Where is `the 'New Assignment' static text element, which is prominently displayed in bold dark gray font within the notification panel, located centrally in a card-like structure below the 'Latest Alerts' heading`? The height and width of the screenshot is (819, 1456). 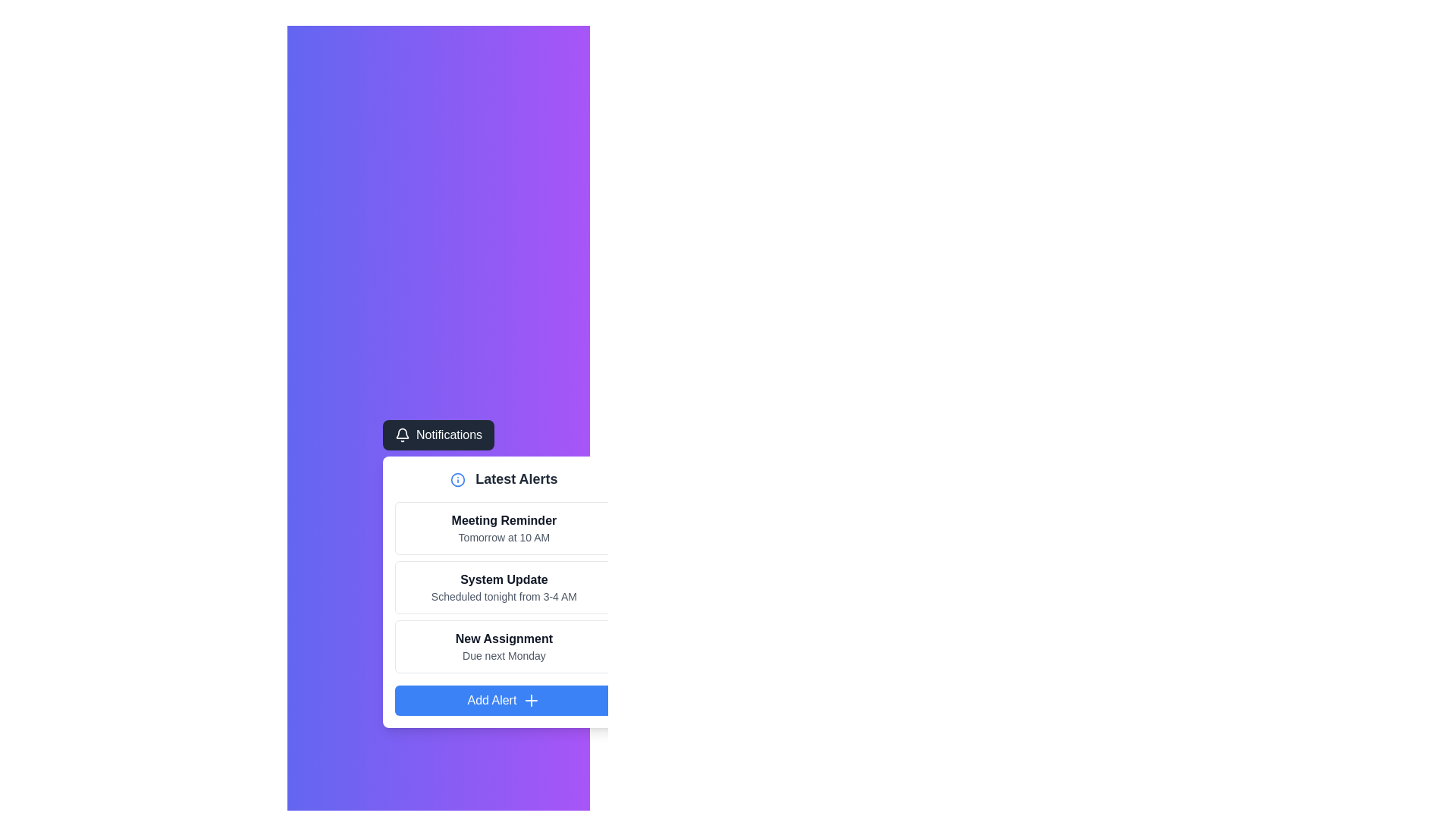
the 'New Assignment' static text element, which is prominently displayed in bold dark gray font within the notification panel, located centrally in a card-like structure below the 'Latest Alerts' heading is located at coordinates (504, 639).